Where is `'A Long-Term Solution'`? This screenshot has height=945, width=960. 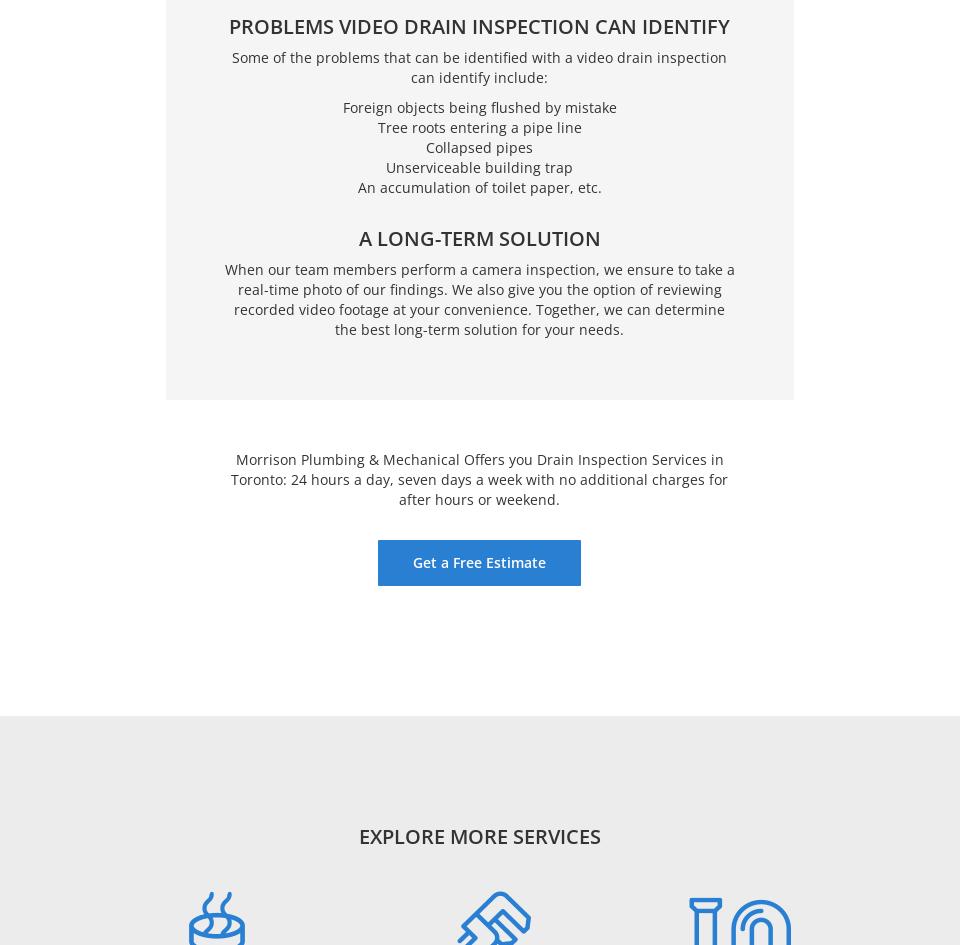 'A Long-Term Solution' is located at coordinates (357, 236).